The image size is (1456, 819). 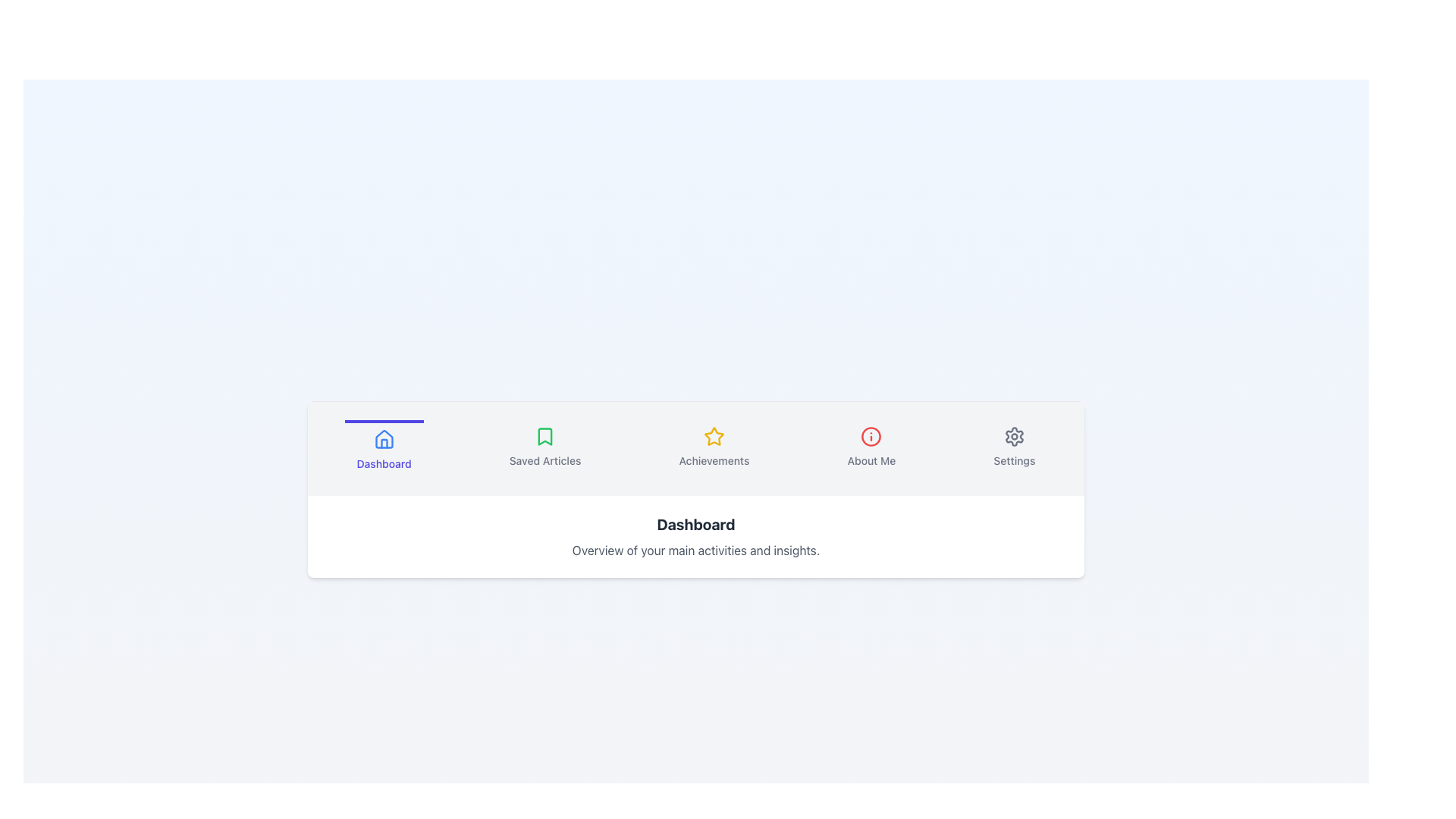 I want to click on the yellow star icon associated with the 'Achievements' label located in the navigation bar, third from the left among icons, so click(x=713, y=435).